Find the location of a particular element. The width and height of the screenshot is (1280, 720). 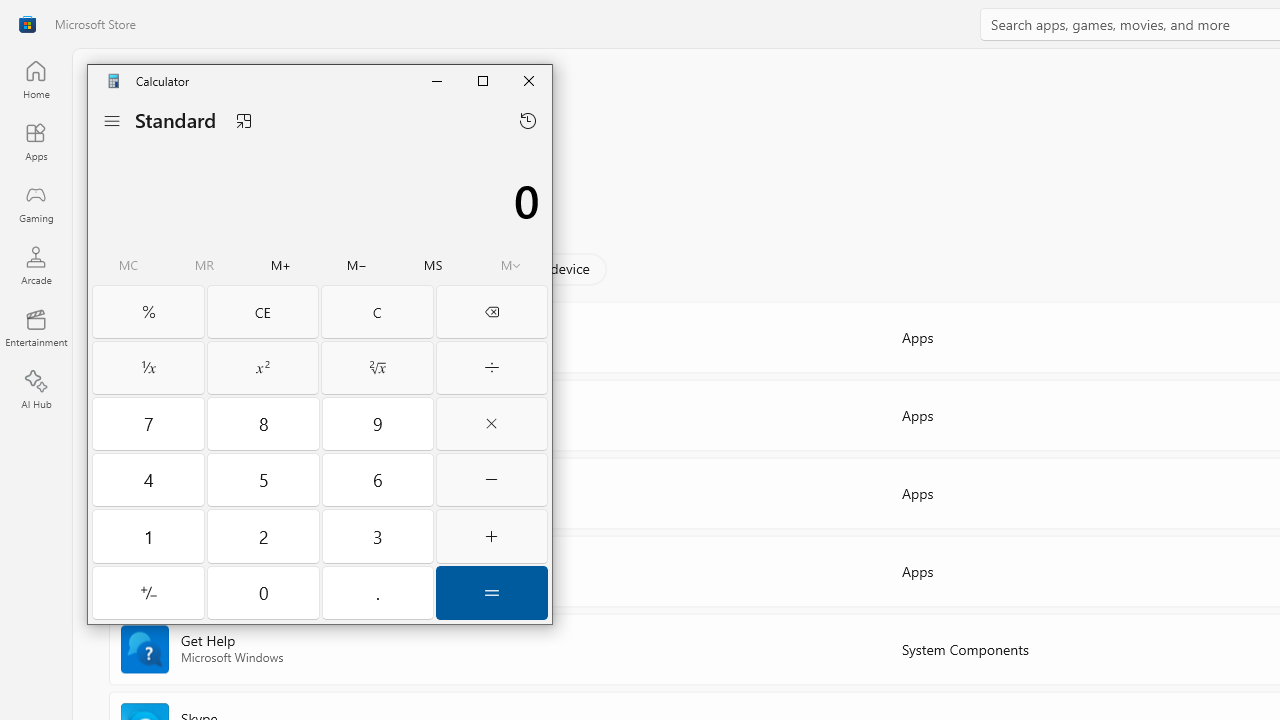

'Arcade' is located at coordinates (35, 264).